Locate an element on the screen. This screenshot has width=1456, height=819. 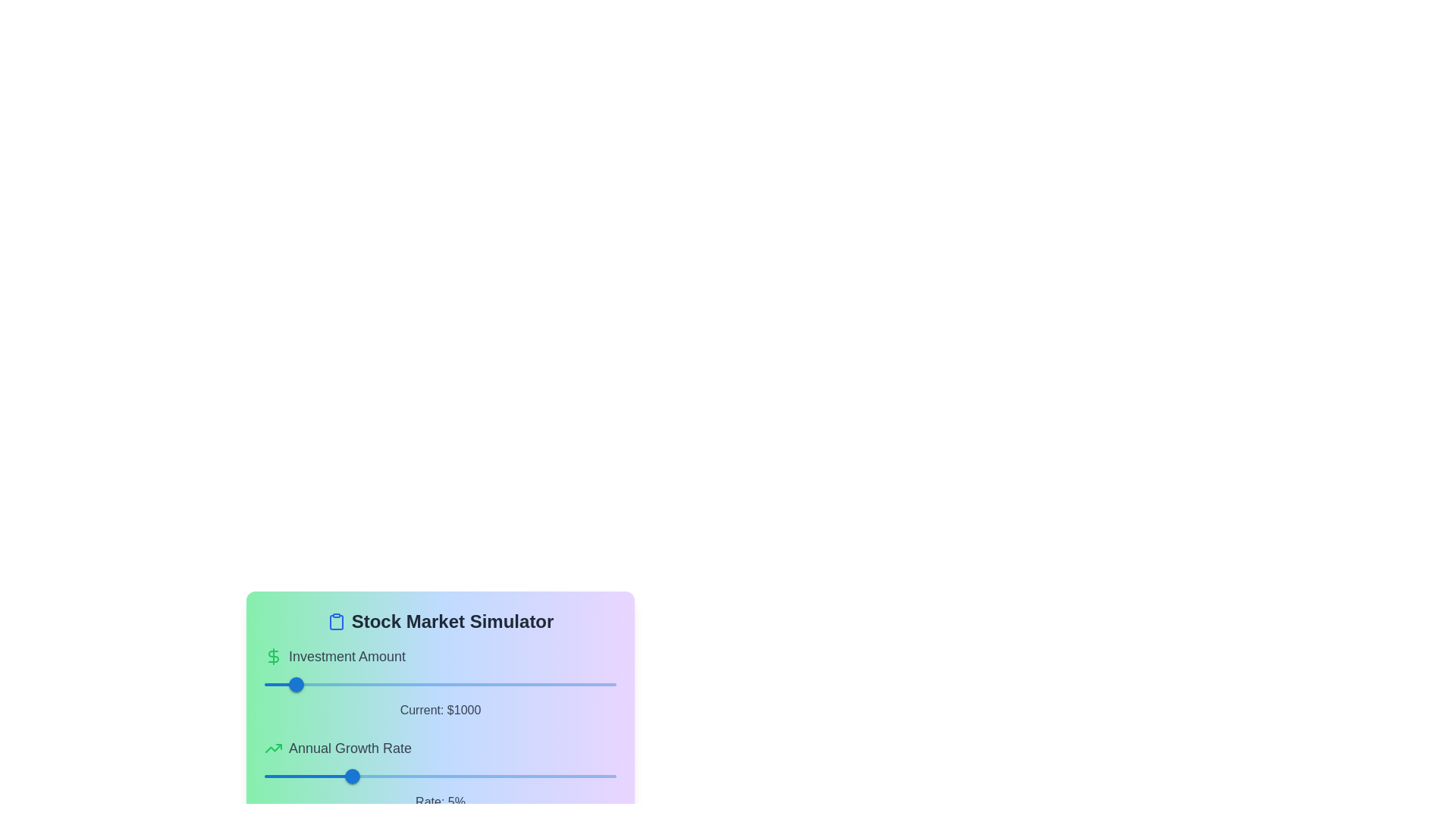
the slider value is located at coordinates (350, 776).